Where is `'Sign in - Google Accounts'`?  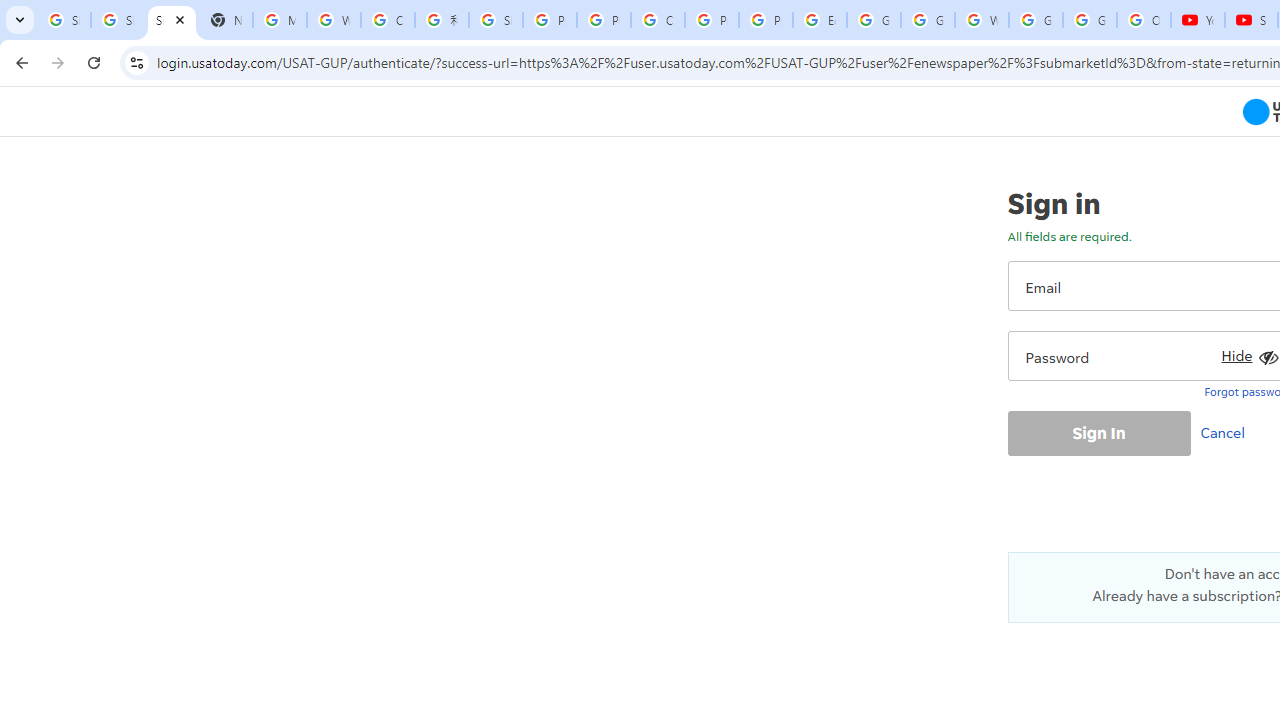 'Sign in - Google Accounts' is located at coordinates (116, 20).